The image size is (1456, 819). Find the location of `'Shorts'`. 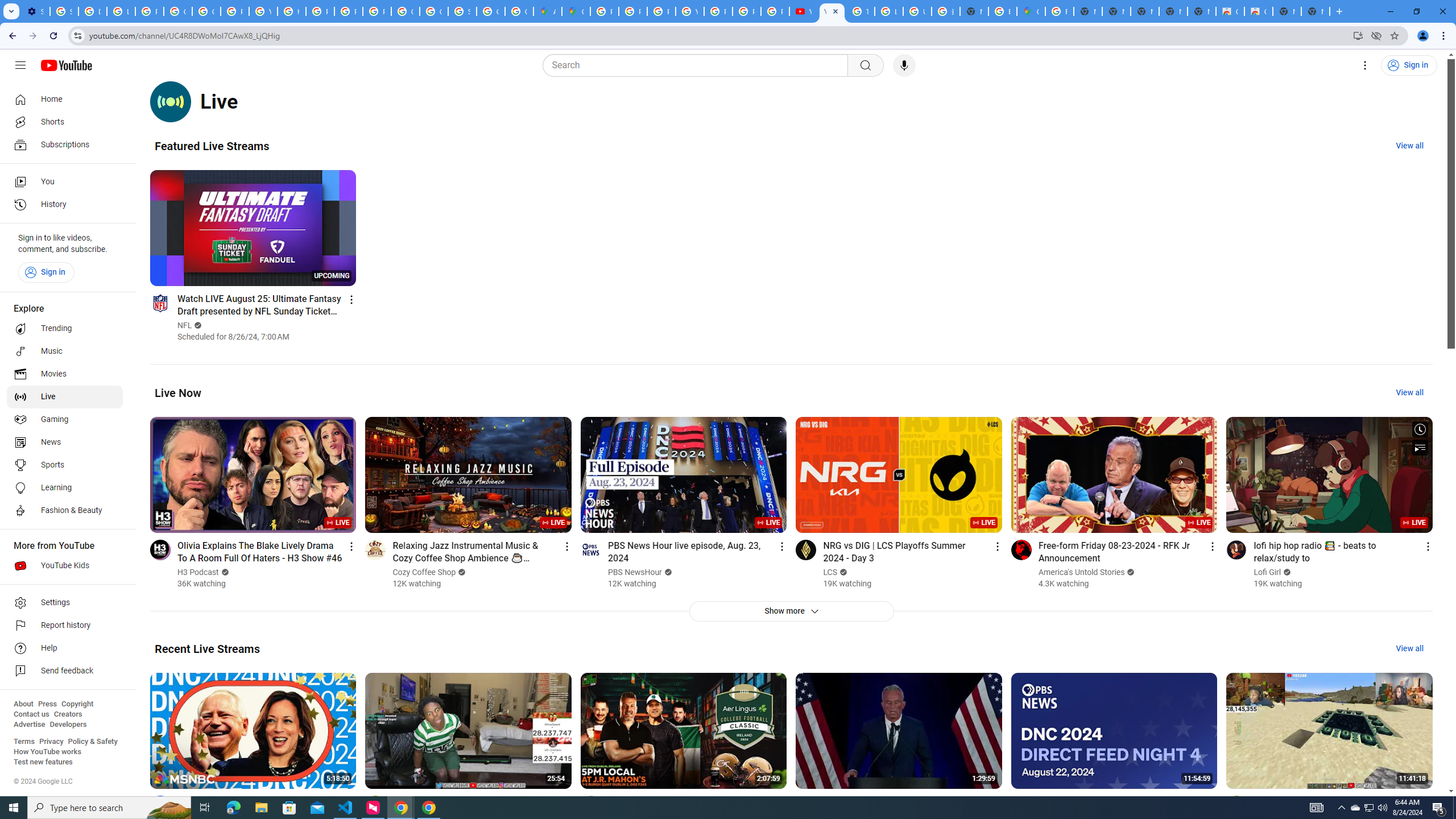

'Shorts' is located at coordinates (64, 122).